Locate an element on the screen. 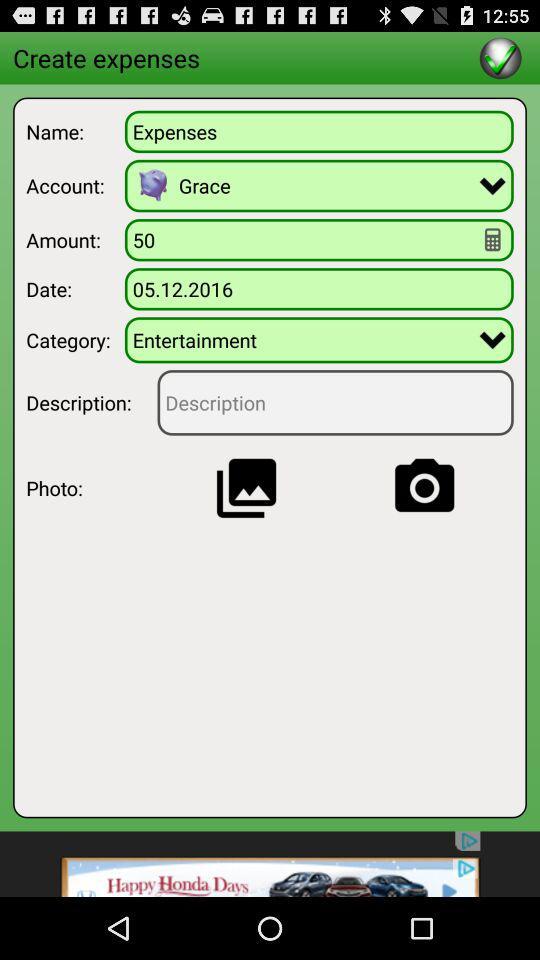 Image resolution: width=540 pixels, height=960 pixels. see advertisement is located at coordinates (270, 863).